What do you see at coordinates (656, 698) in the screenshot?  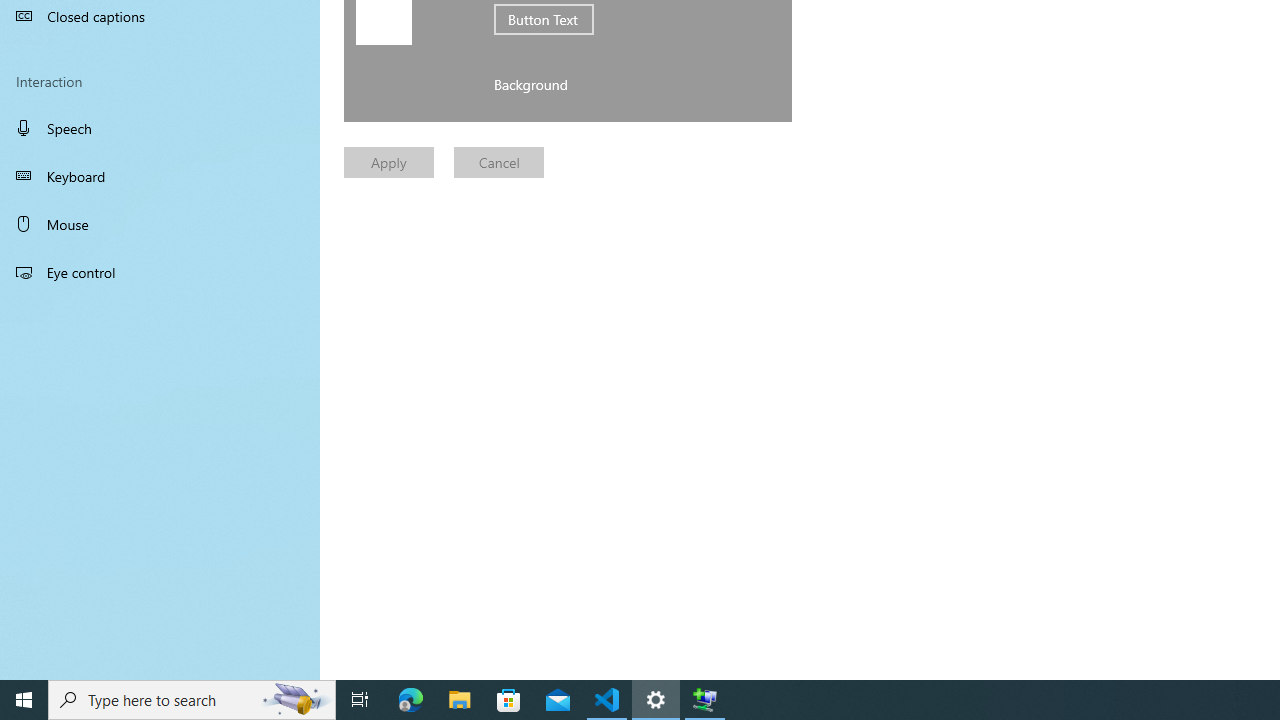 I see `'Settings - 1 running window'` at bounding box center [656, 698].